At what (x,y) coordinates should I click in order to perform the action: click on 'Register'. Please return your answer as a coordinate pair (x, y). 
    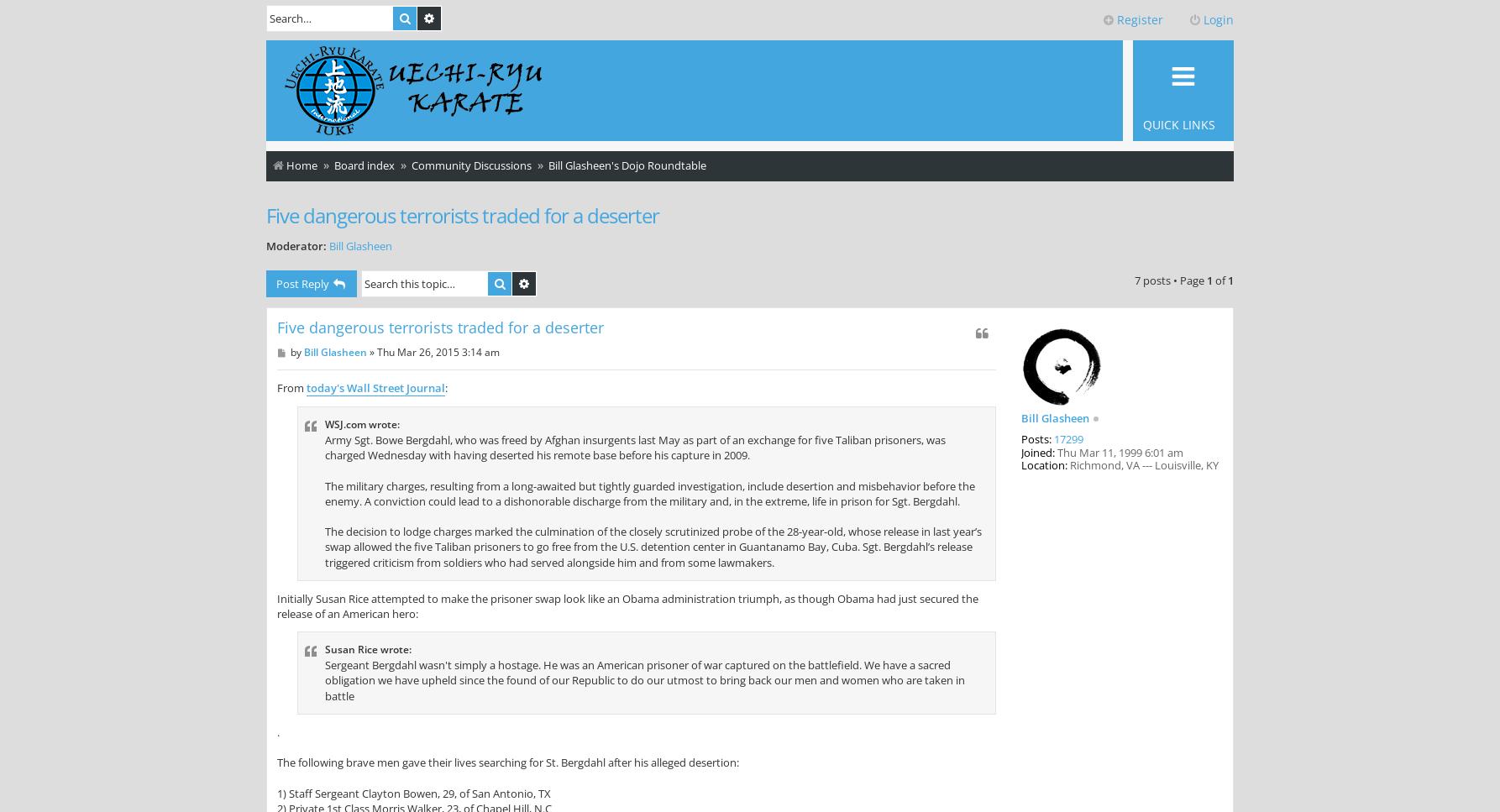
    Looking at the image, I should click on (1139, 19).